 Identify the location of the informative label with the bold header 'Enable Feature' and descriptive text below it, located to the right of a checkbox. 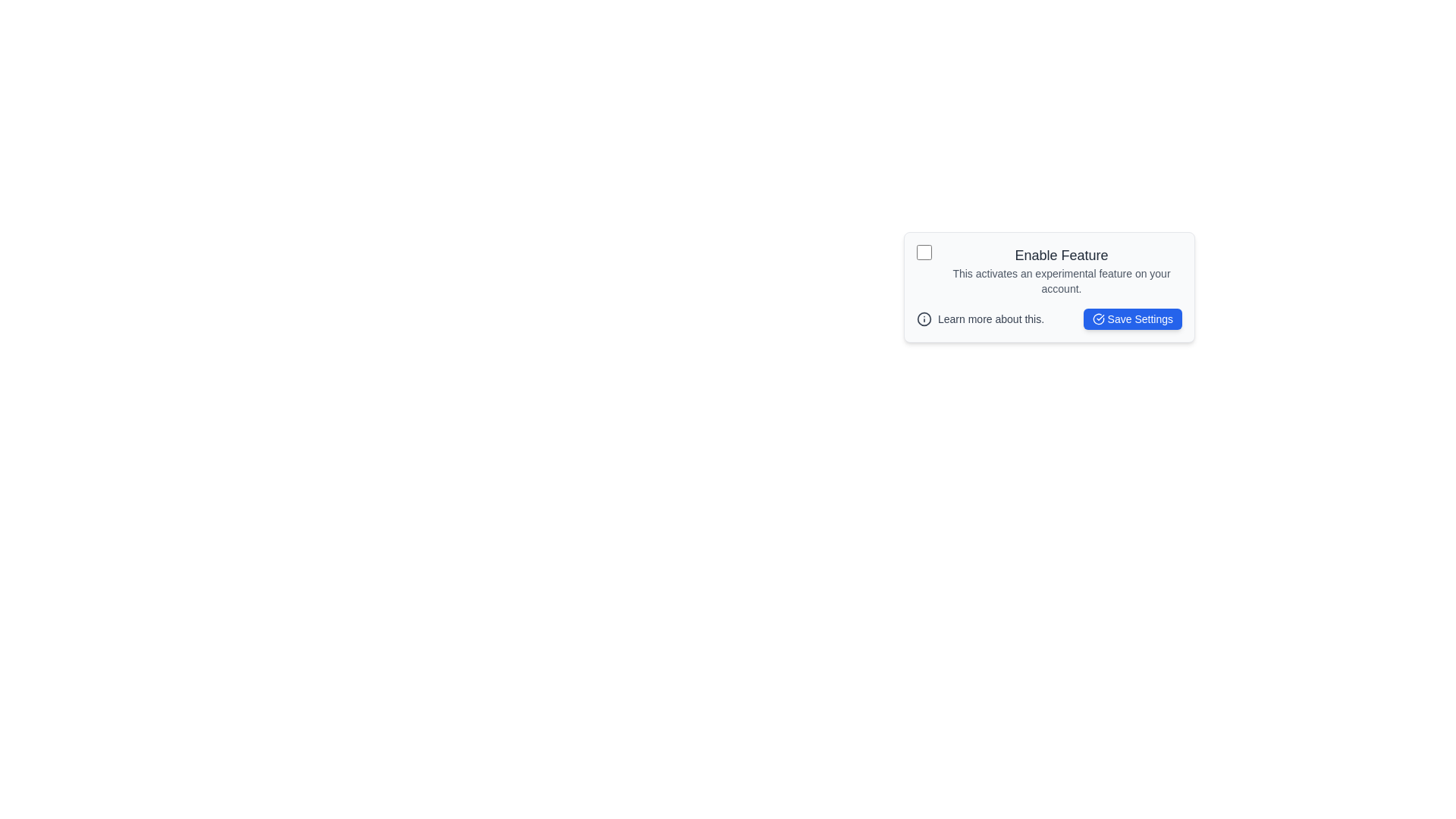
(1061, 270).